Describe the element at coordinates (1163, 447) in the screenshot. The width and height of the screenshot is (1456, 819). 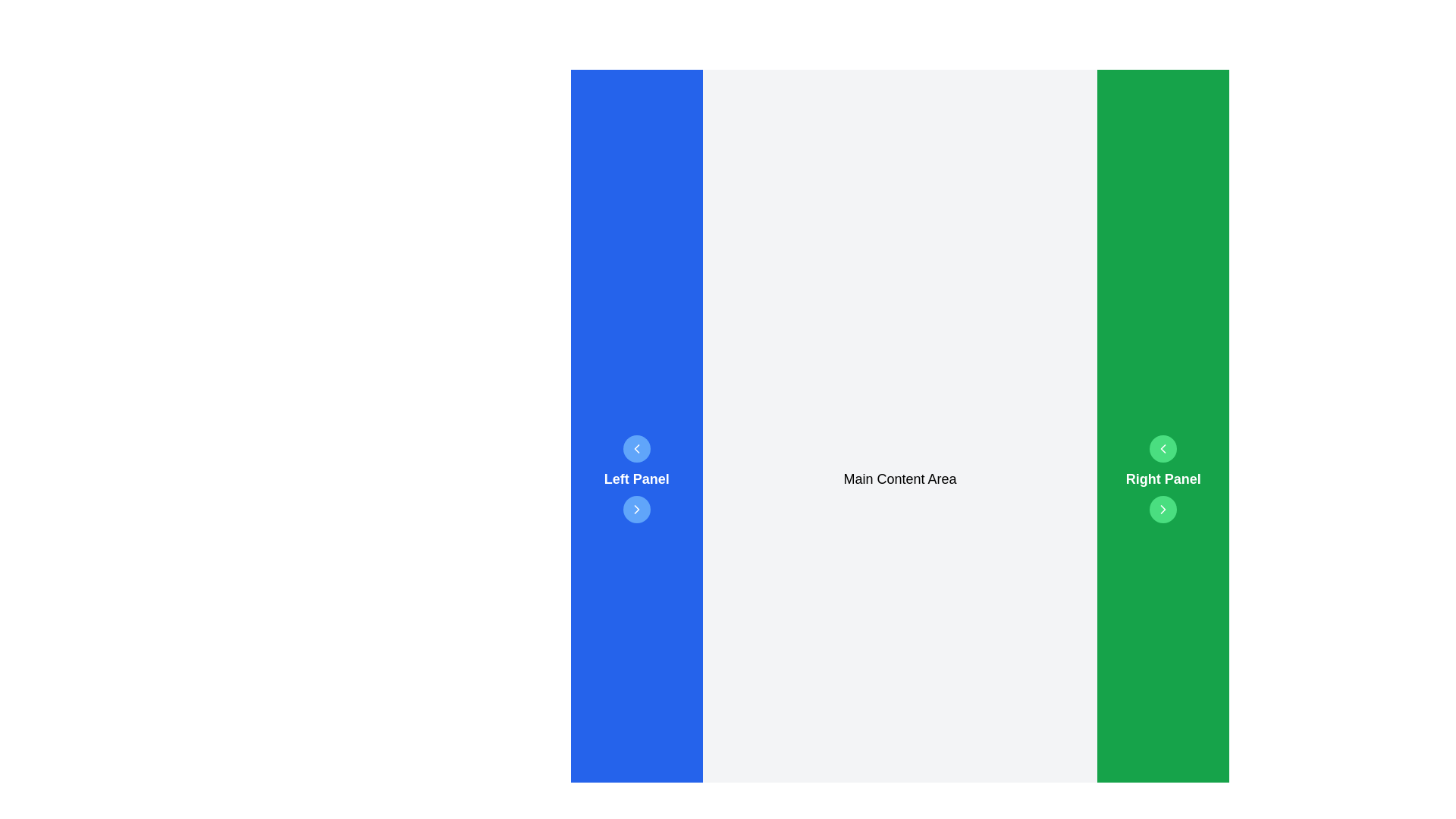
I see `the left-pointing chevron icon located in the right vertical panel, near the upper arrow button under the green background` at that location.